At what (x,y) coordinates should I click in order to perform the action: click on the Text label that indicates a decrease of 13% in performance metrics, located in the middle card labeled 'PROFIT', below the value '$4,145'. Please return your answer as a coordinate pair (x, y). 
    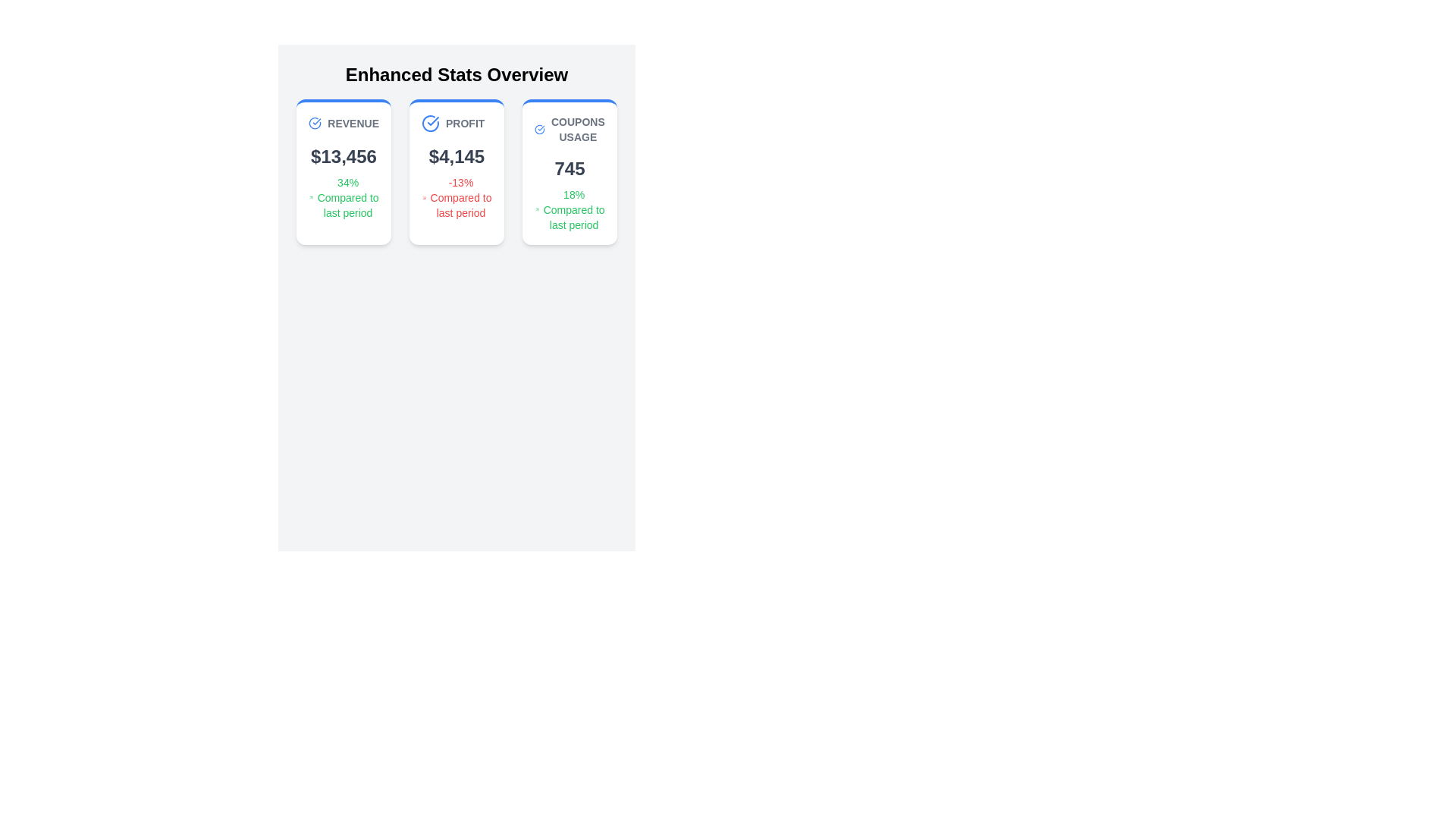
    Looking at the image, I should click on (460, 197).